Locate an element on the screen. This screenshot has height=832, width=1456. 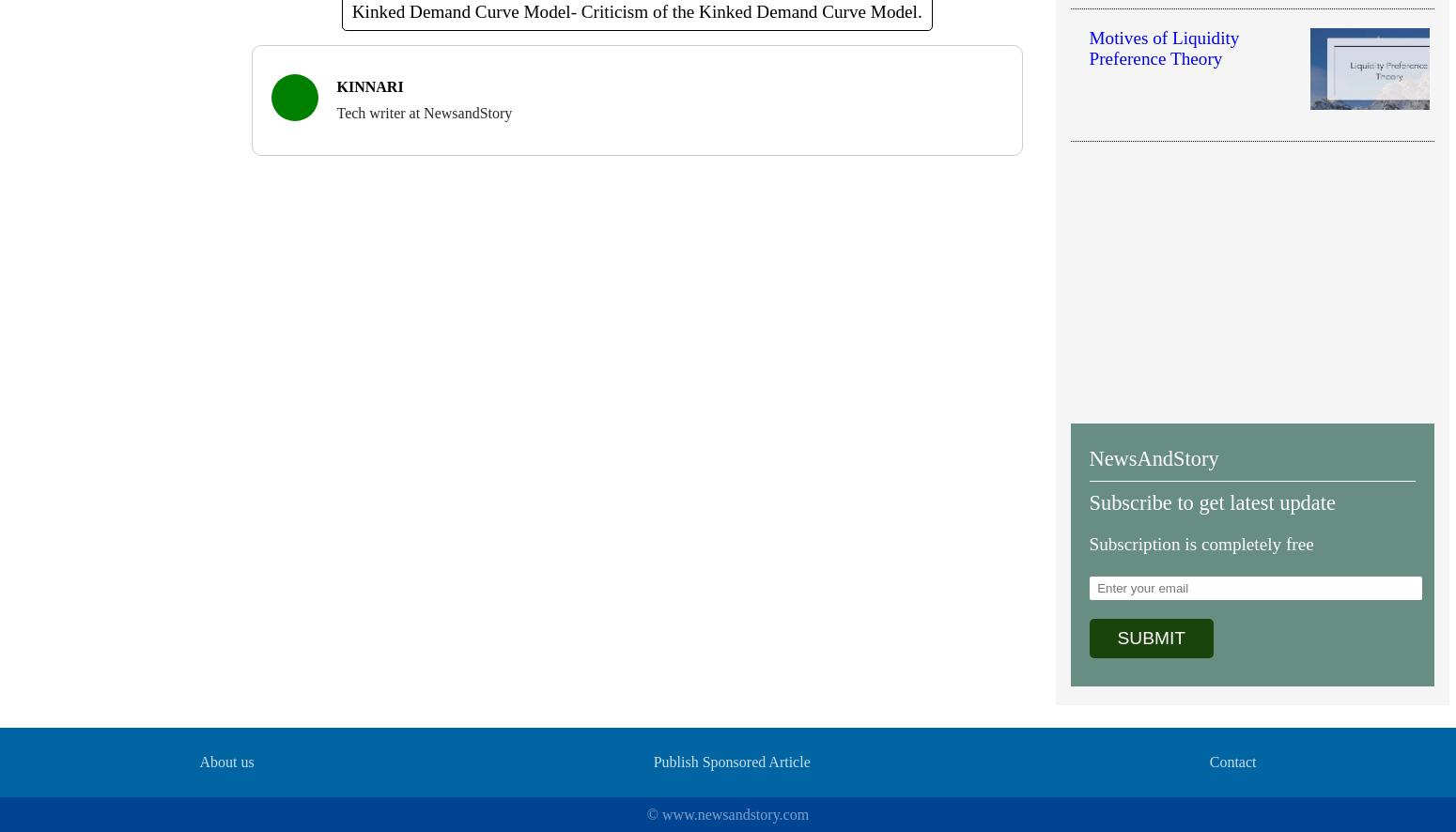
'Motives of Liquidity Preference Theory' is located at coordinates (1164, 47).